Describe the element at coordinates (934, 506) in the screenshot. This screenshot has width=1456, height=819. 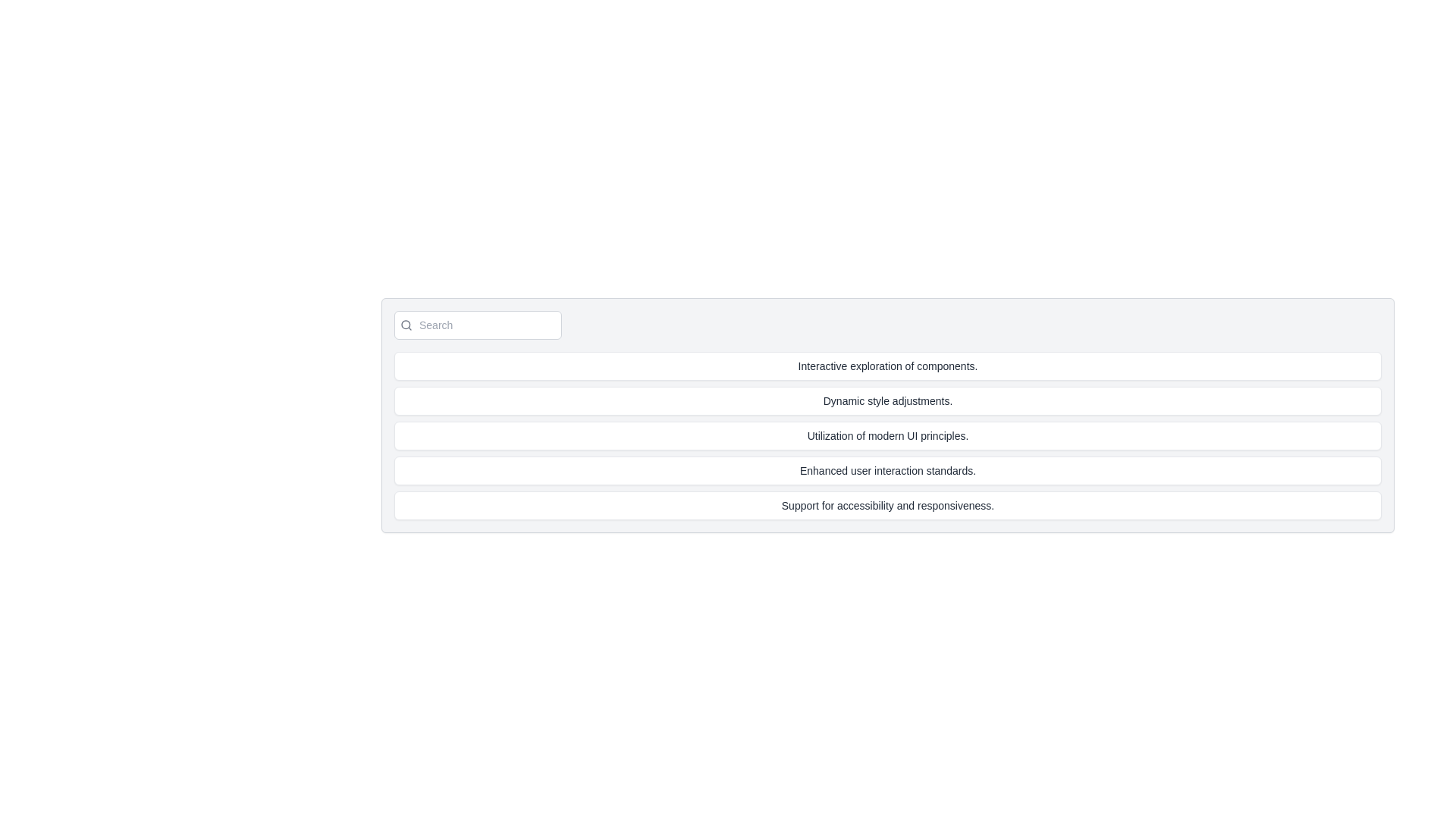
I see `the sixth character 'o' in the second instance of the word containing 'p' in the text 'Support for accessibility and responsiveness.' within the last list item` at that location.